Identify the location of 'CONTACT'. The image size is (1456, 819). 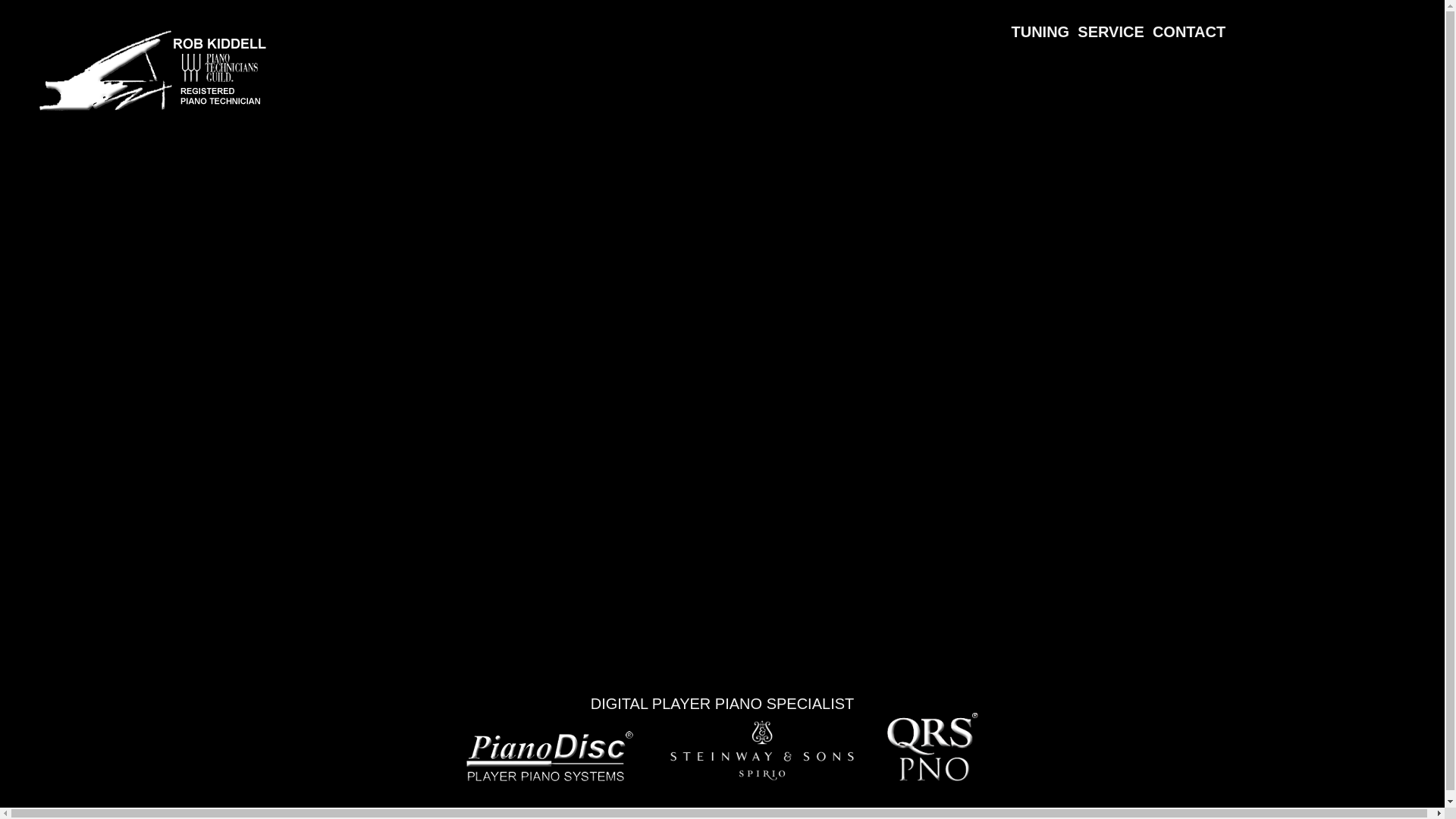
(1188, 23).